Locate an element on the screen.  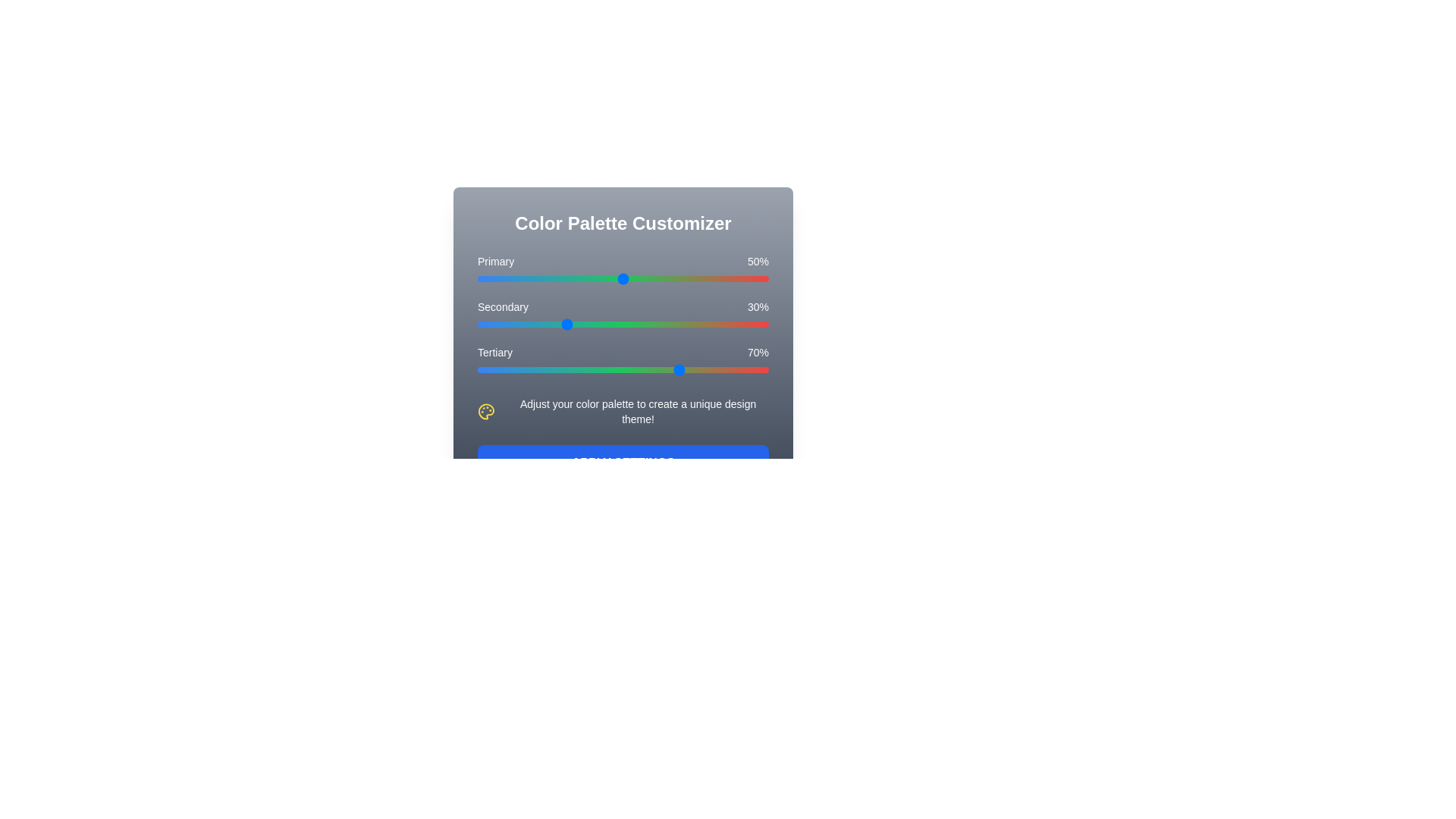
the tertiary slider is located at coordinates (482, 370).